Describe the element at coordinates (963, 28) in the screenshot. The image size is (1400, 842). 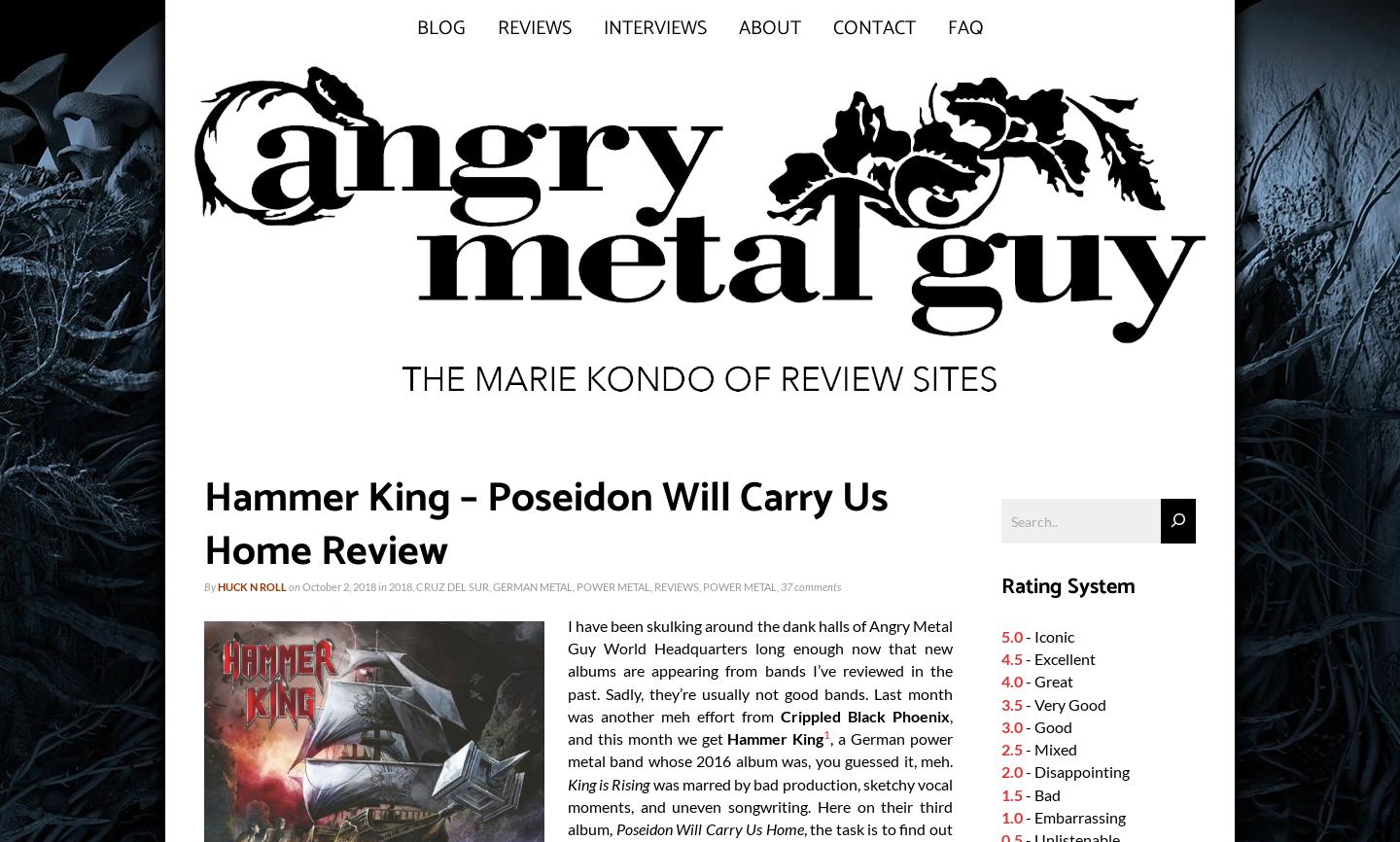
I see `'FAQ'` at that location.